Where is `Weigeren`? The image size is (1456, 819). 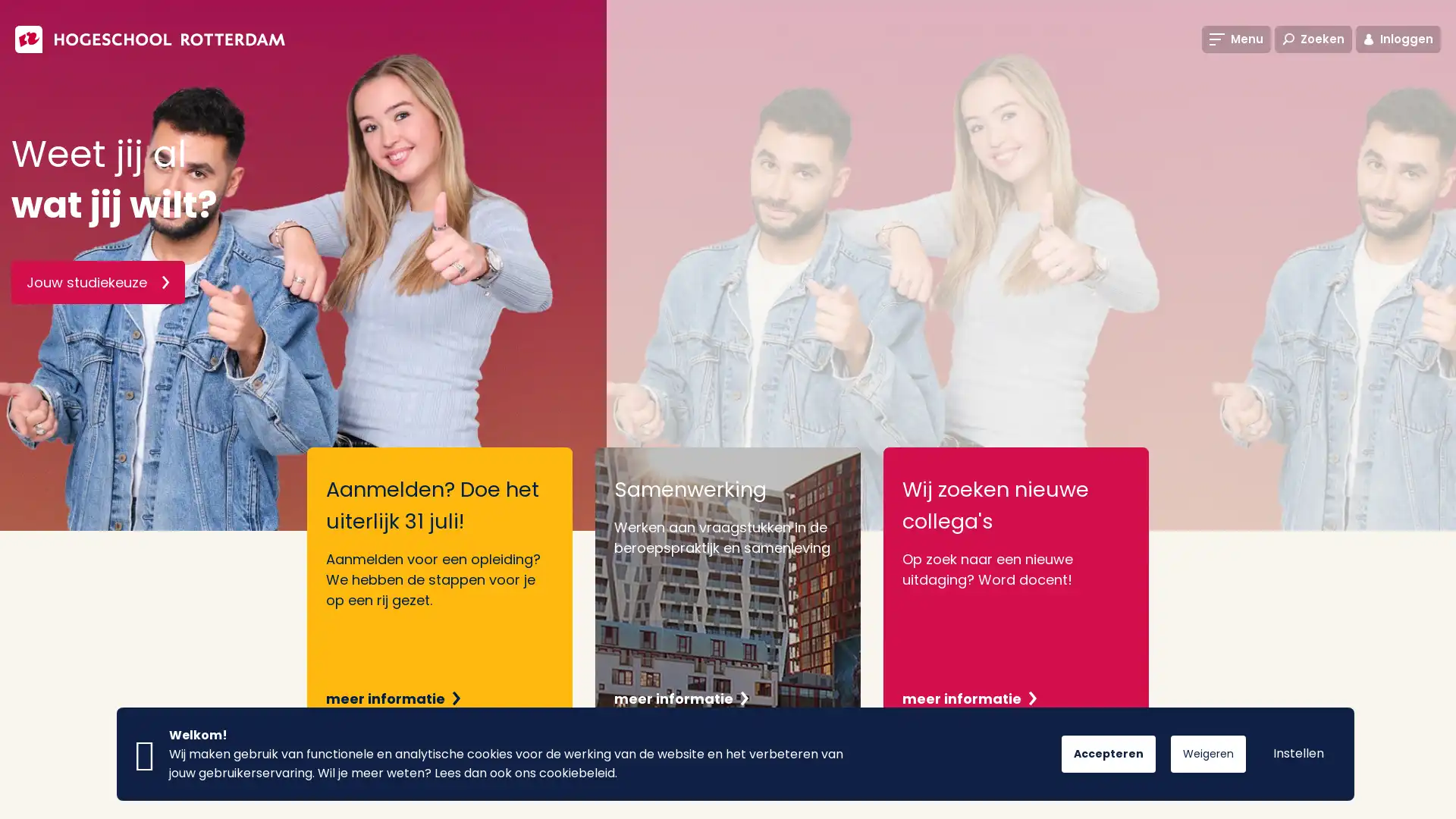
Weigeren is located at coordinates (1207, 754).